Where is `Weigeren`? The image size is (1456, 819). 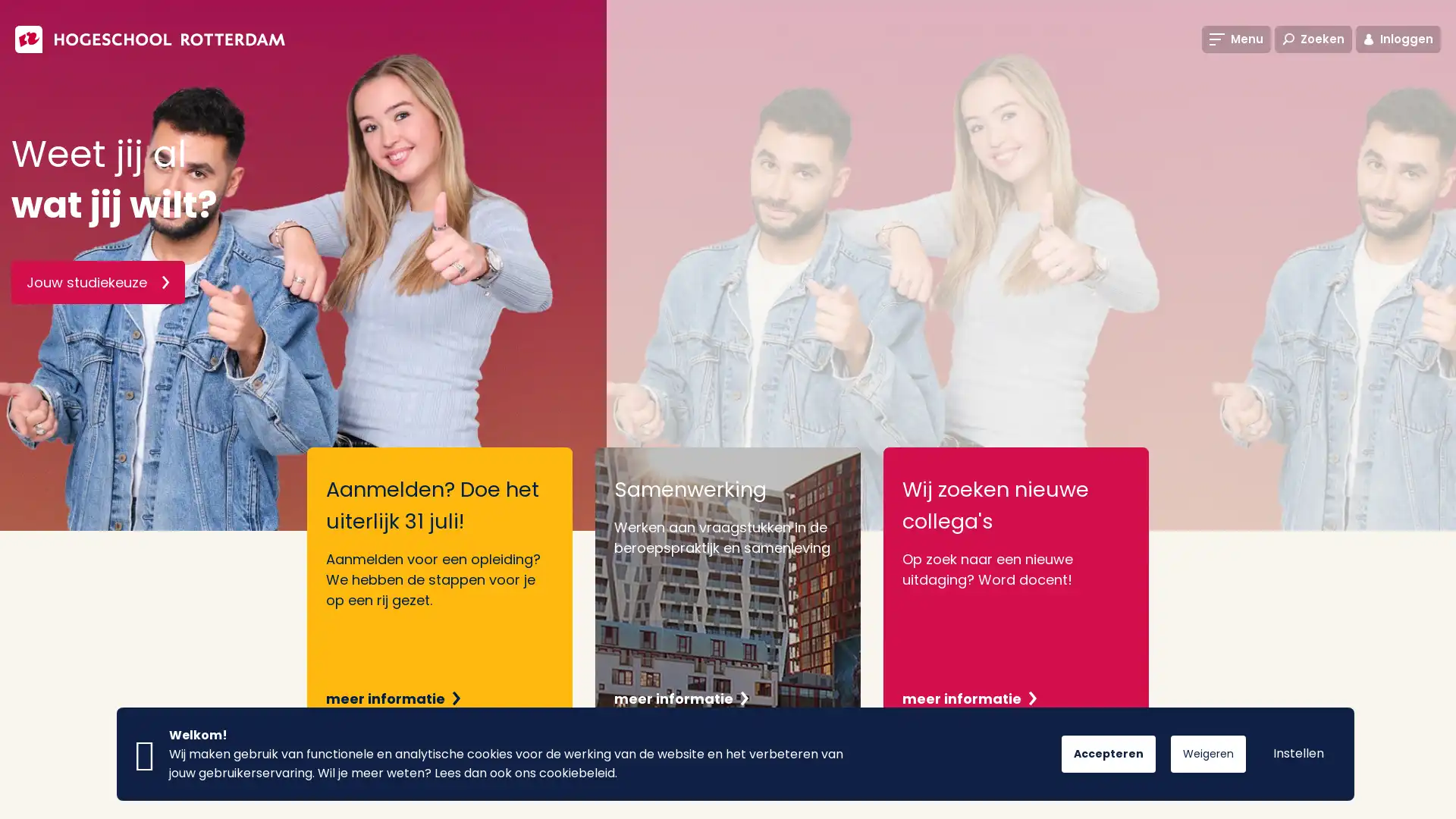
Weigeren is located at coordinates (1207, 754).